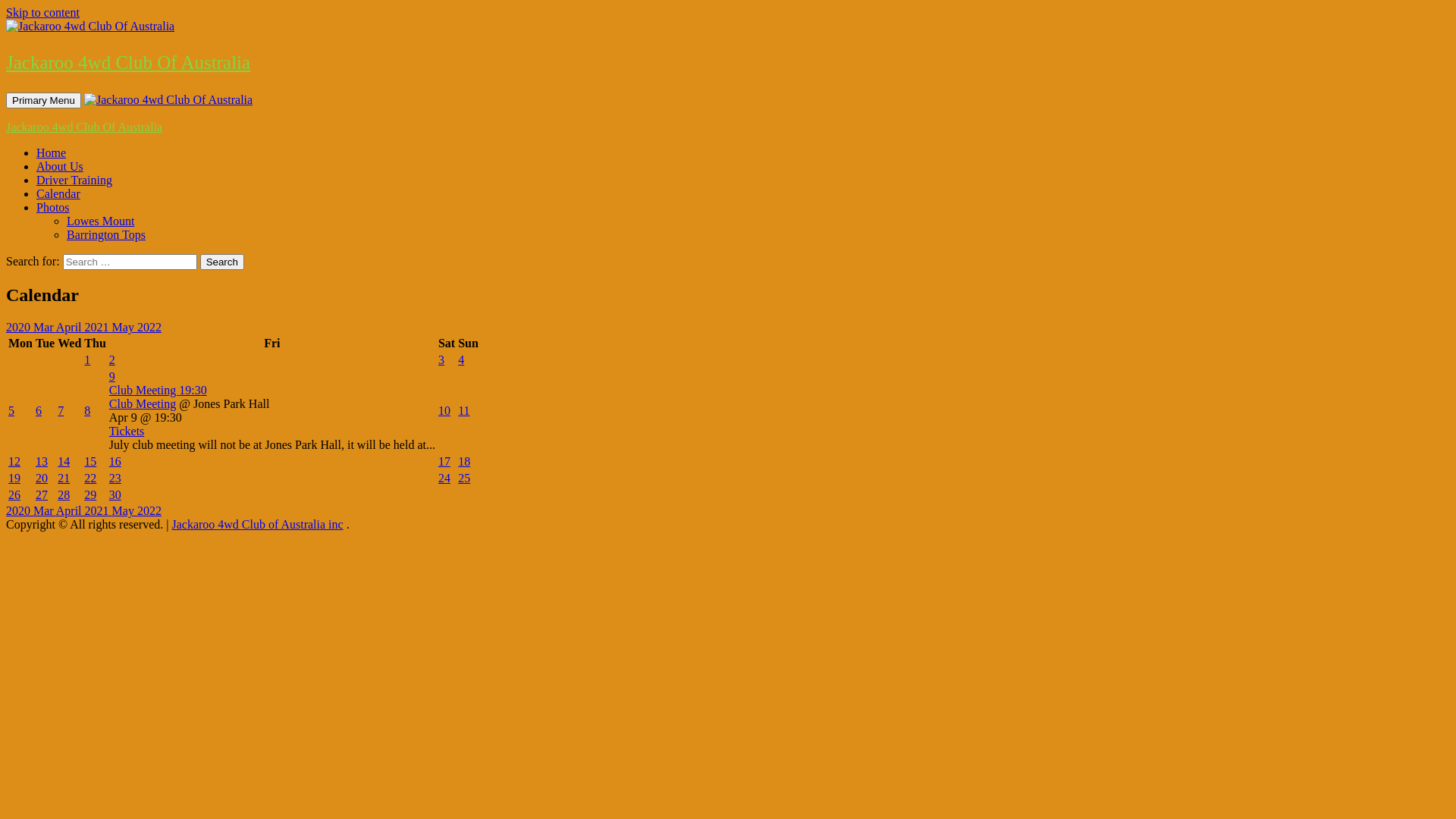 Image resolution: width=1456 pixels, height=819 pixels. Describe the element at coordinates (463, 478) in the screenshot. I see `'25'` at that location.